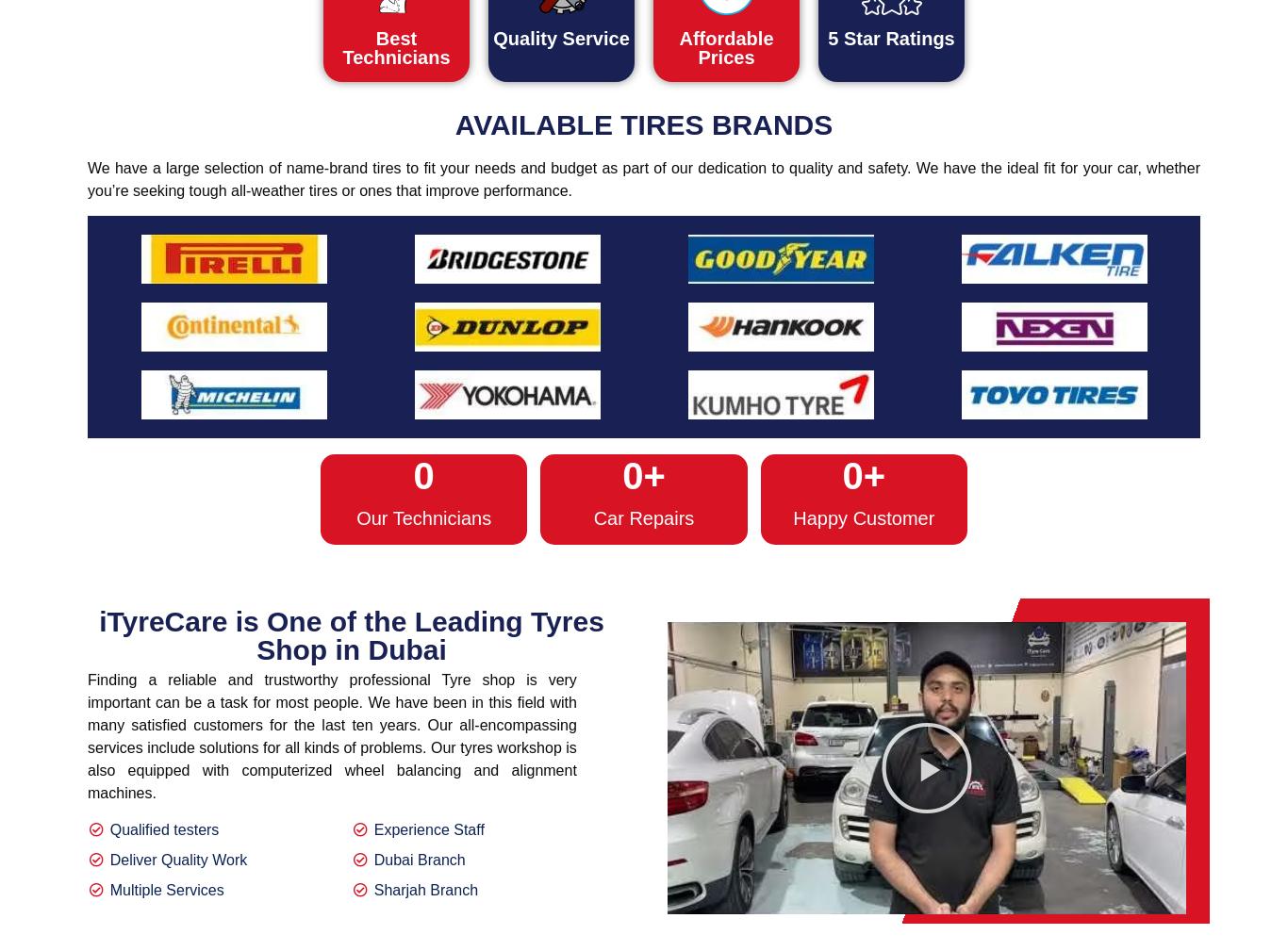 The image size is (1288, 951). I want to click on 'Happy Customer', so click(864, 518).